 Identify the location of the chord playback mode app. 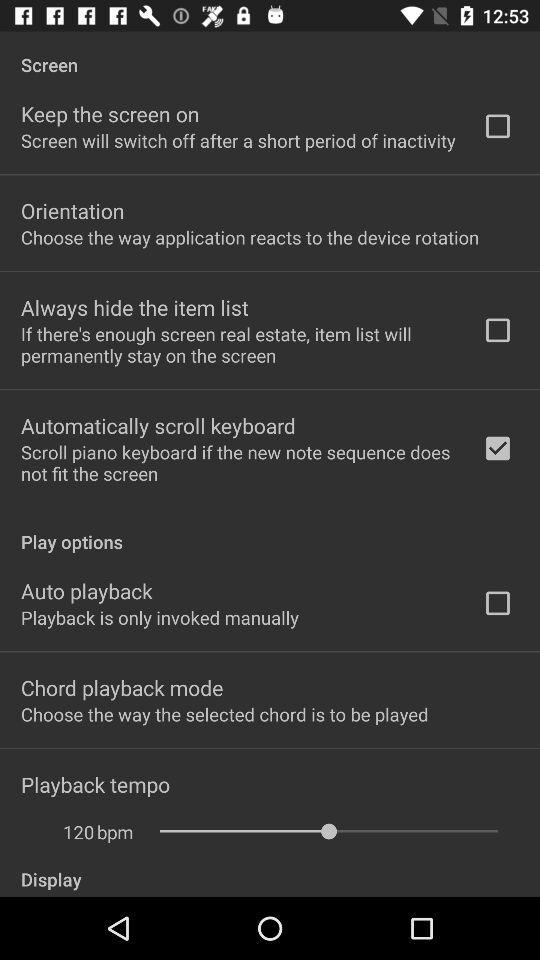
(122, 687).